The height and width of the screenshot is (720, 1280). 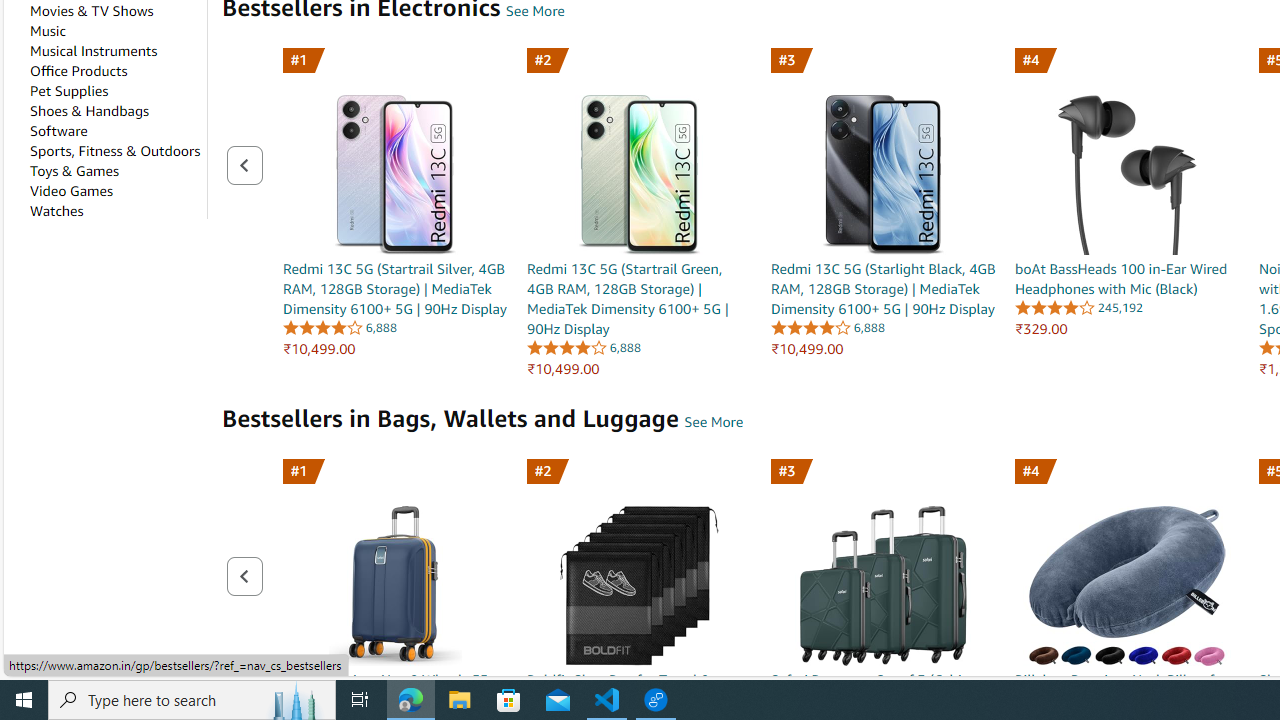 What do you see at coordinates (56, 211) in the screenshot?
I see `'Watches'` at bounding box center [56, 211].